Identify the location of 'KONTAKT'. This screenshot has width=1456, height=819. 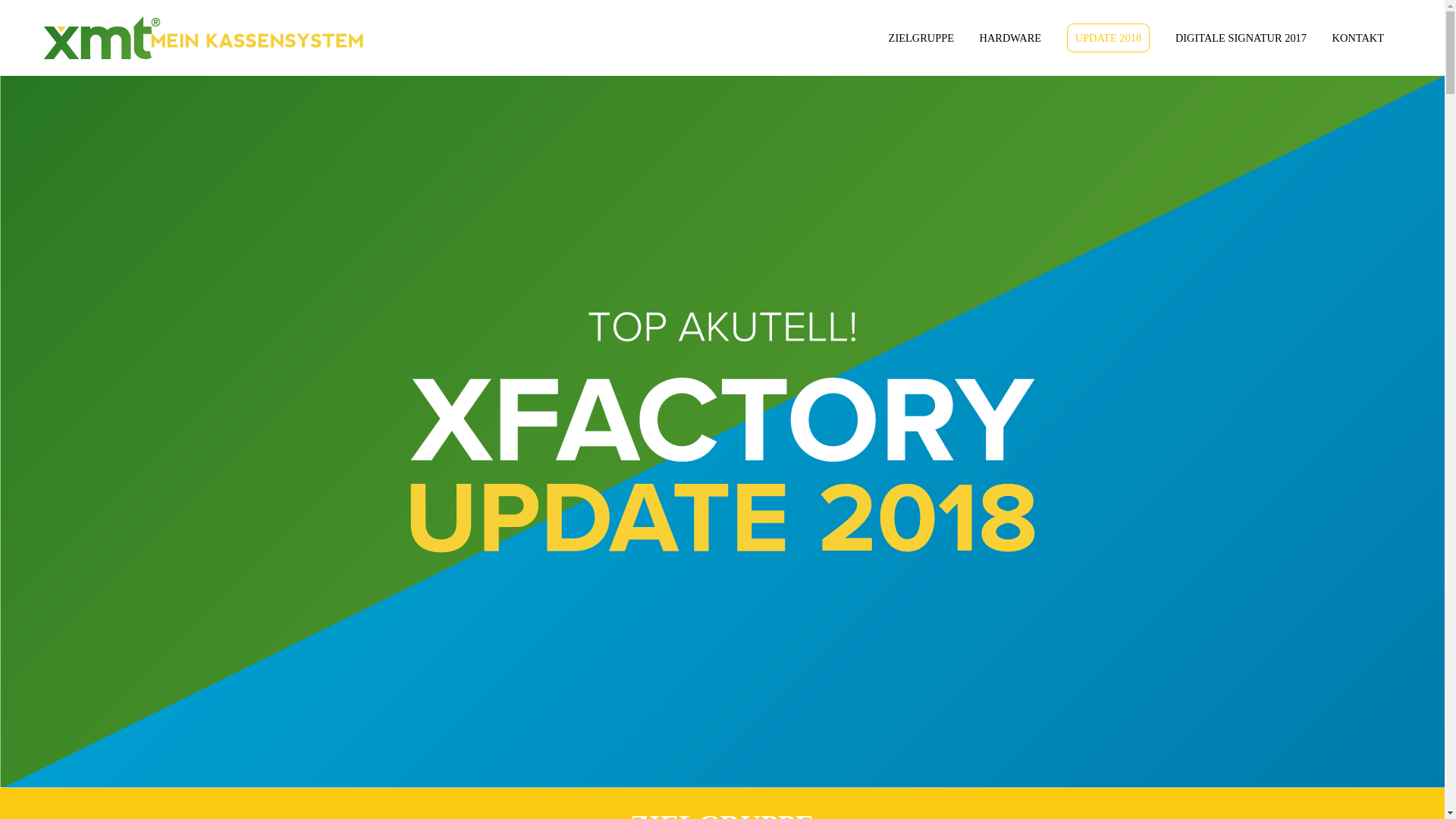
(1357, 37).